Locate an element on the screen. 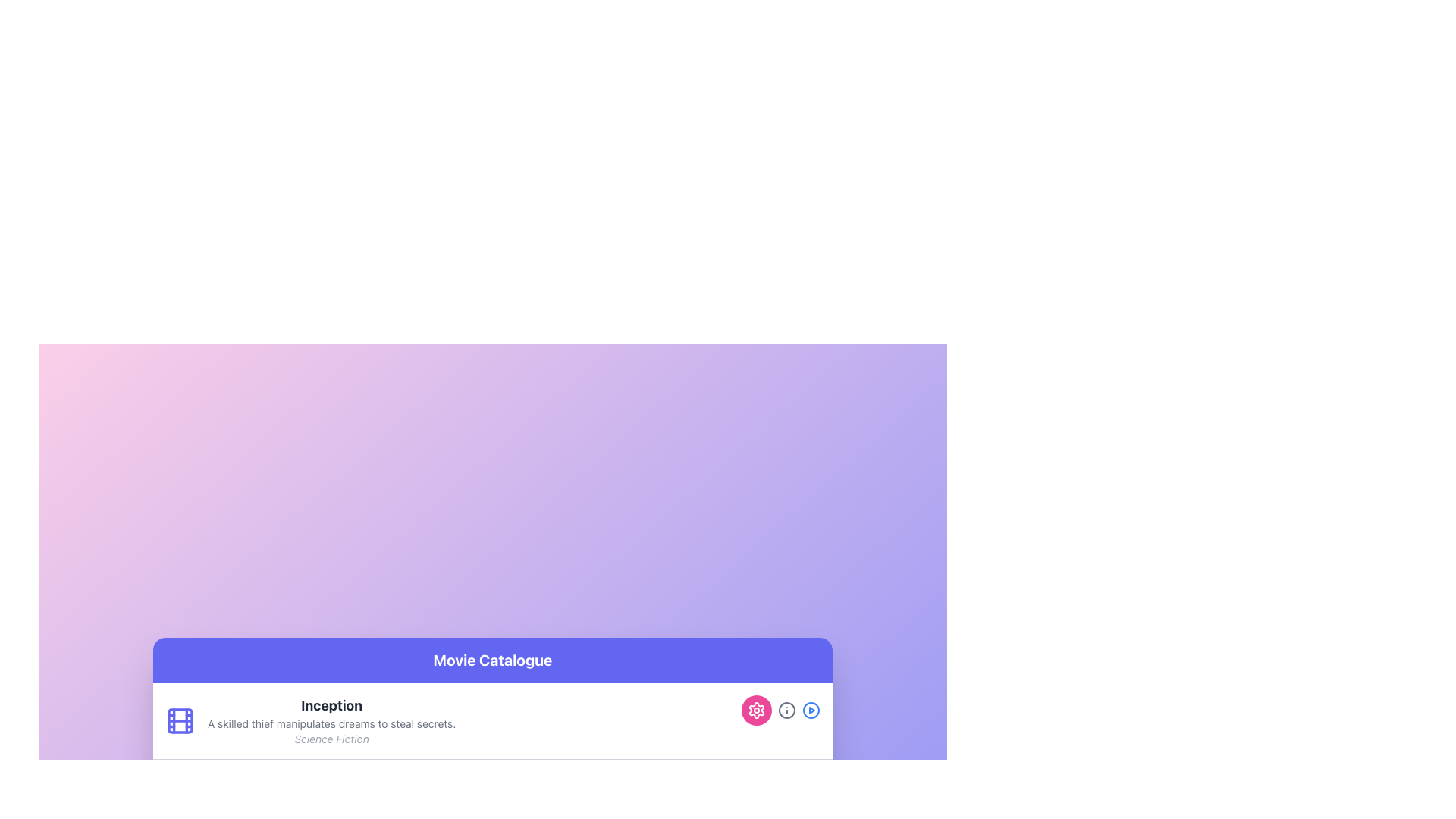 The image size is (1456, 819). the decorative graphic component located within the film icon at the top-left corner of the 'Inception' movie description card is located at coordinates (180, 719).